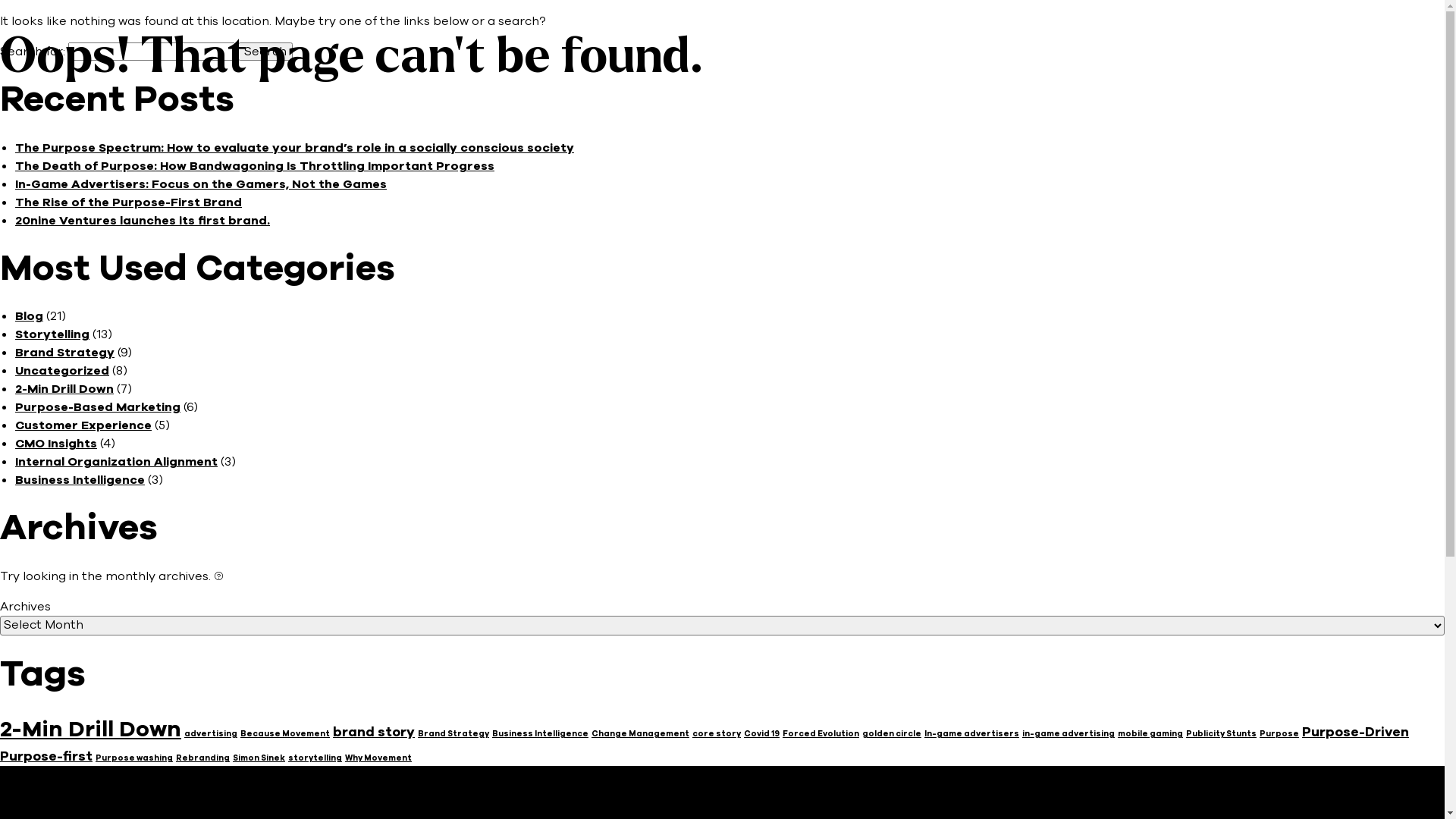  What do you see at coordinates (1355, 730) in the screenshot?
I see `'Purpose-Driven'` at bounding box center [1355, 730].